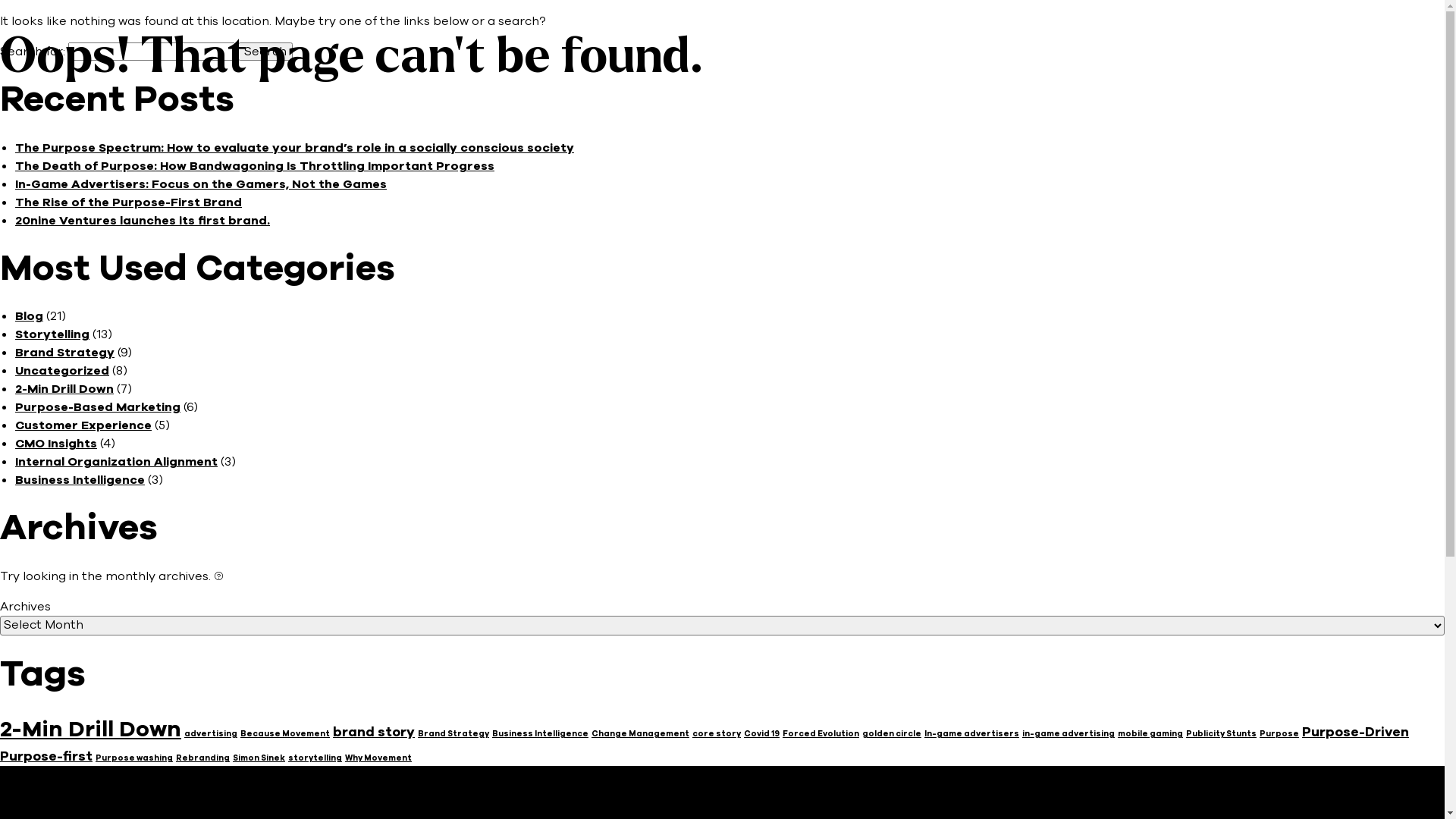  What do you see at coordinates (1355, 730) in the screenshot?
I see `'Purpose-Driven'` at bounding box center [1355, 730].